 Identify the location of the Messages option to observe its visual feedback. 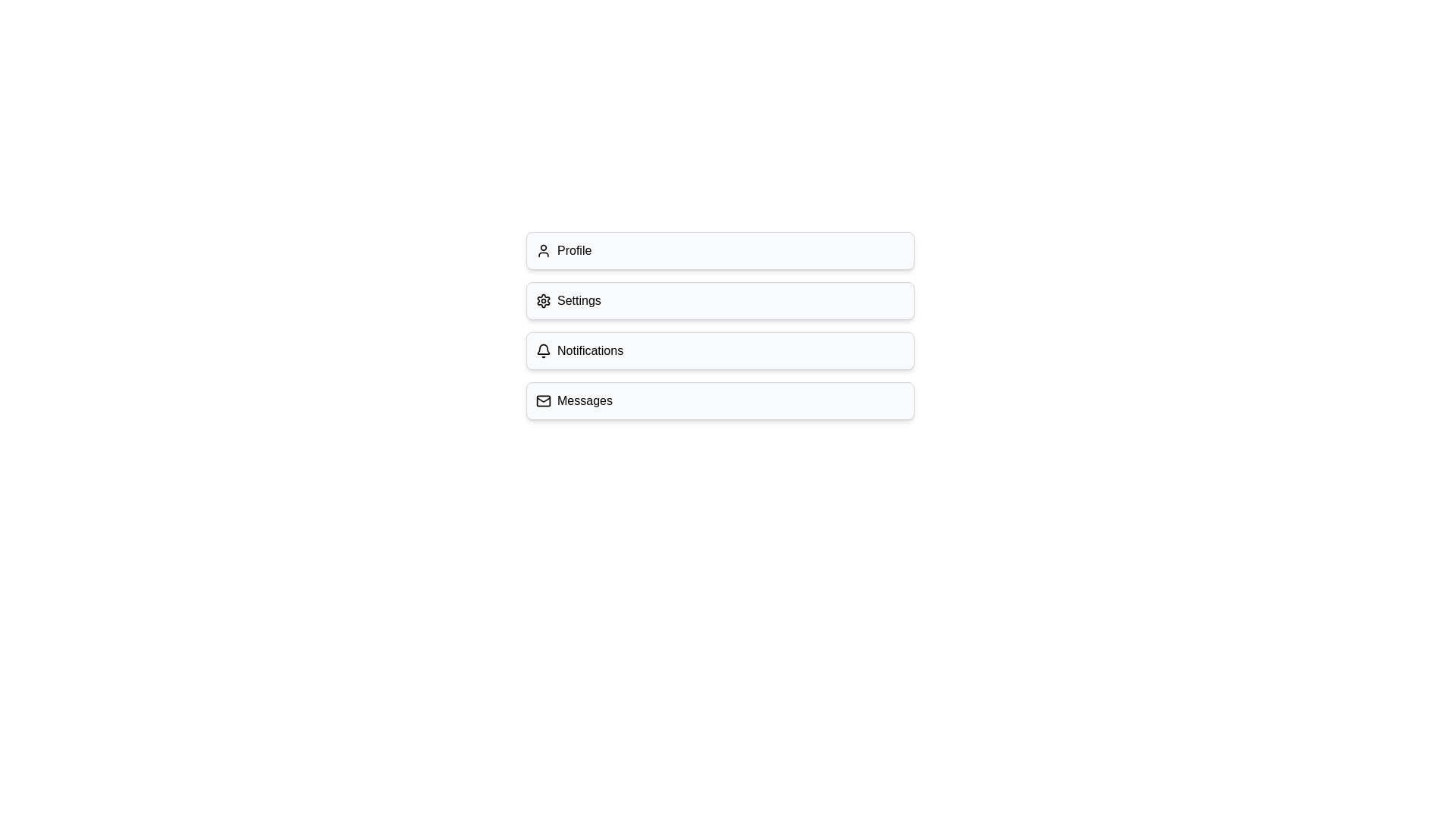
(720, 400).